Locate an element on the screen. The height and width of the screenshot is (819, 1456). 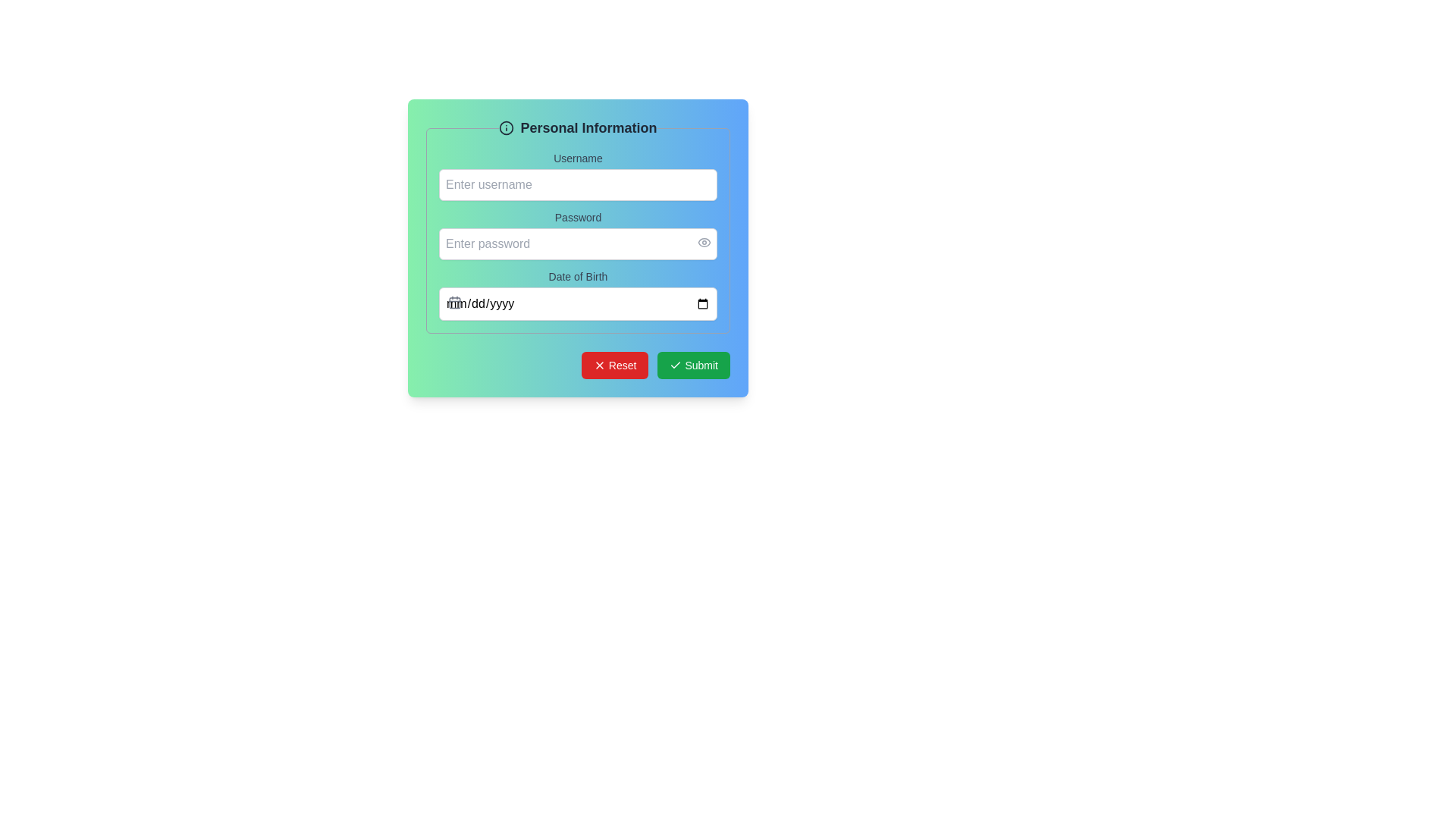
the reset button located in the bottom-right section of the form, which is aligned to the left of the 'Submit' button is located at coordinates (615, 366).